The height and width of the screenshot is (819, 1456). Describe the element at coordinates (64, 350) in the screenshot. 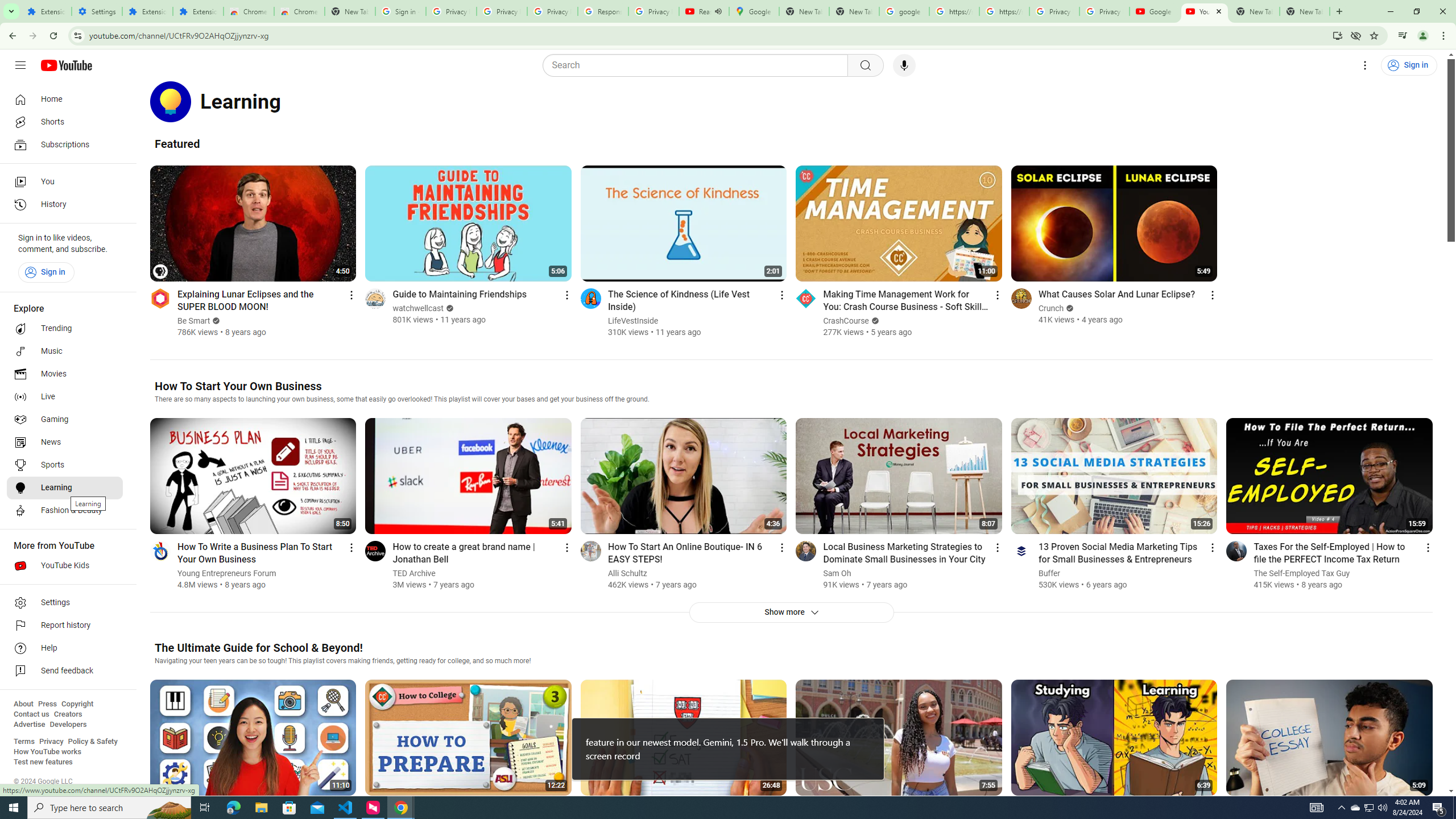

I see `'Music'` at that location.